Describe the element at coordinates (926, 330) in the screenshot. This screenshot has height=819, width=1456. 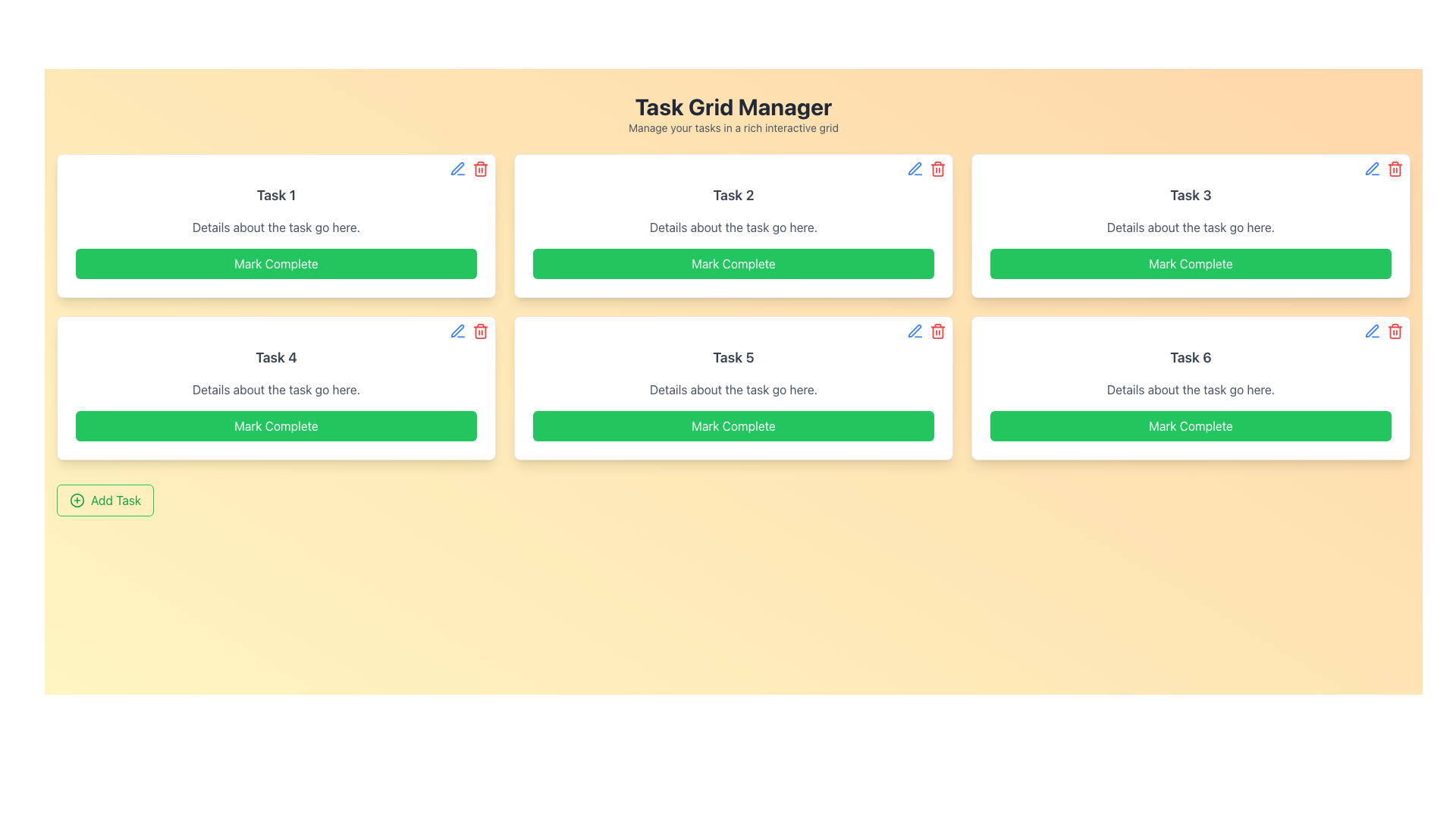
I see `the delete button located at the top-right corner of the 'Task 5' card` at that location.